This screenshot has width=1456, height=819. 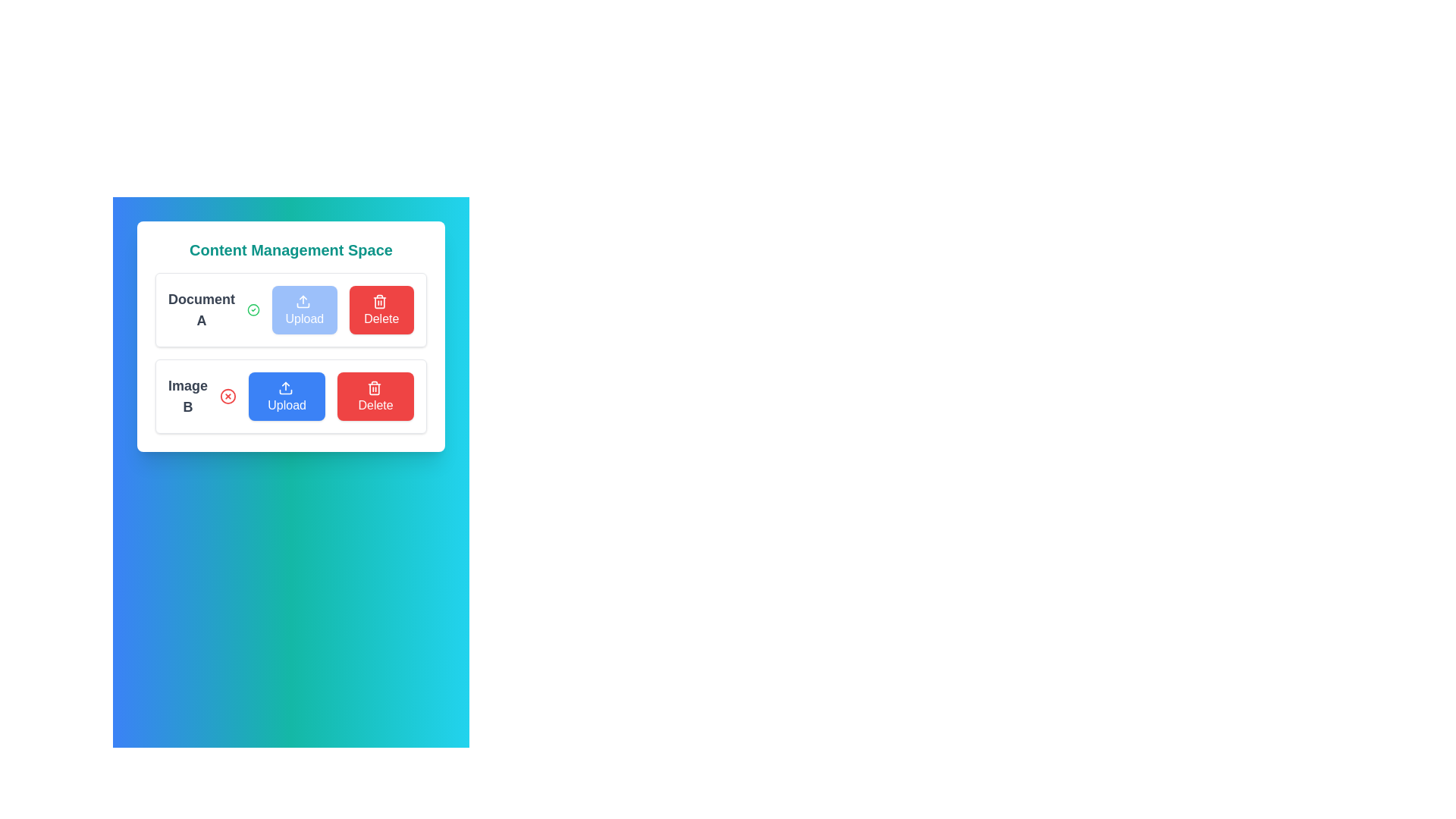 What do you see at coordinates (285, 387) in the screenshot?
I see `the small upload icon with a thin stroke and an upwards arrow, located within the 'Upload' button in the 'Image B' row of the content management interface` at bounding box center [285, 387].